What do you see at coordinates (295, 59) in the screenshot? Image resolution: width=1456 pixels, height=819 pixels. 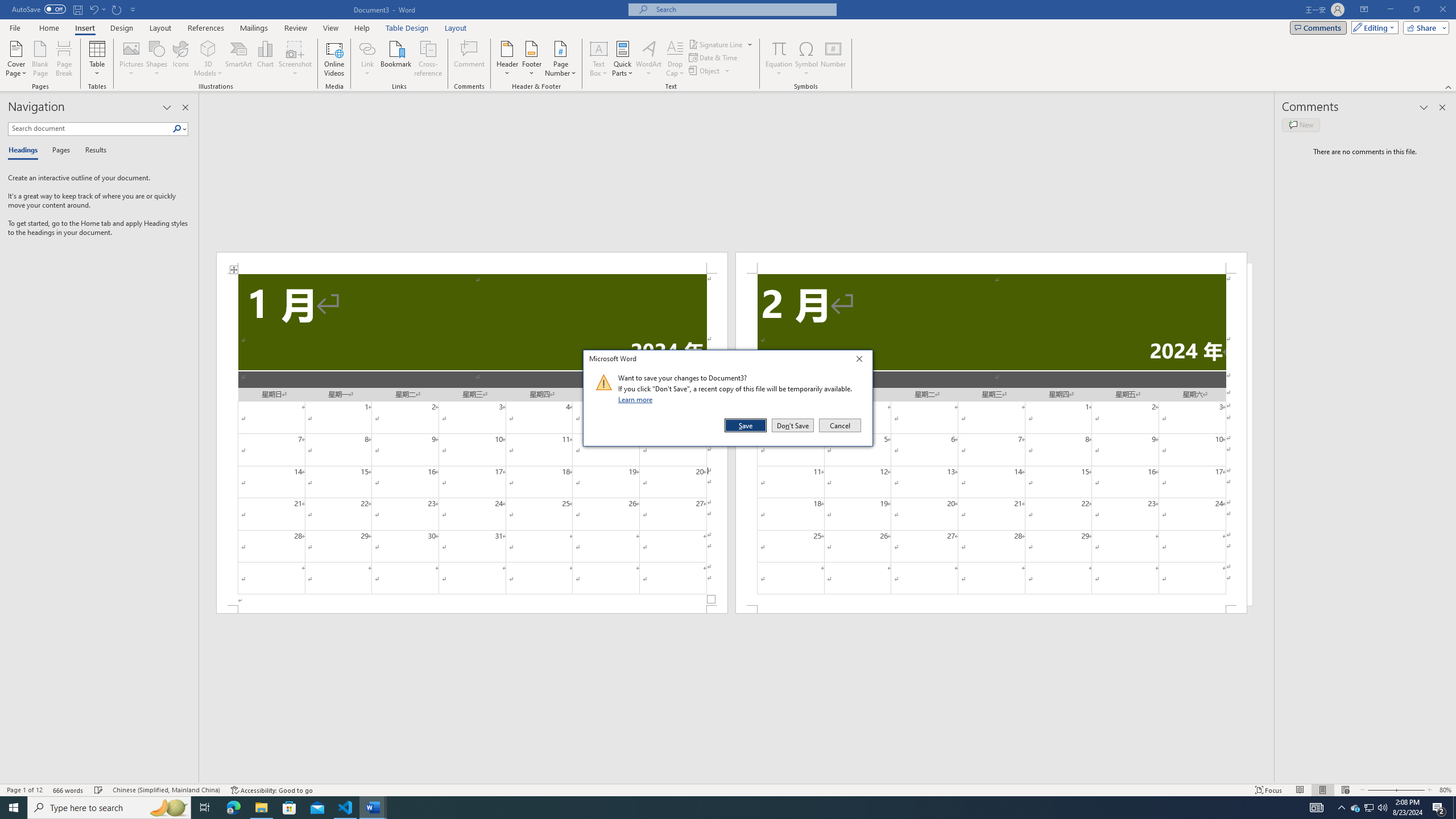 I see `'Screenshot'` at bounding box center [295, 59].